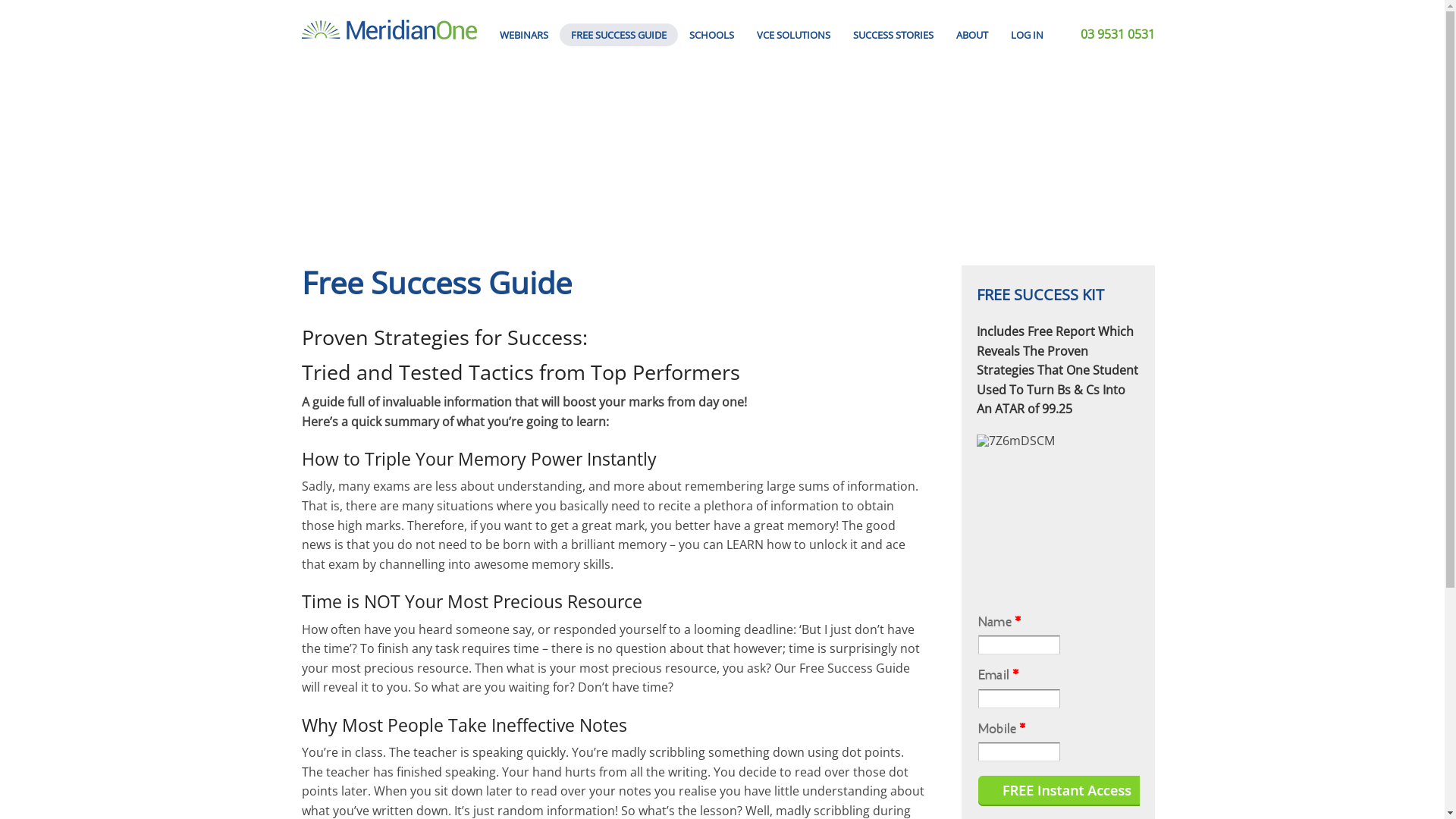 This screenshot has width=1456, height=819. What do you see at coordinates (524, 97) in the screenshot?
I see `'HSC SUCCESS WEBINAR'` at bounding box center [524, 97].